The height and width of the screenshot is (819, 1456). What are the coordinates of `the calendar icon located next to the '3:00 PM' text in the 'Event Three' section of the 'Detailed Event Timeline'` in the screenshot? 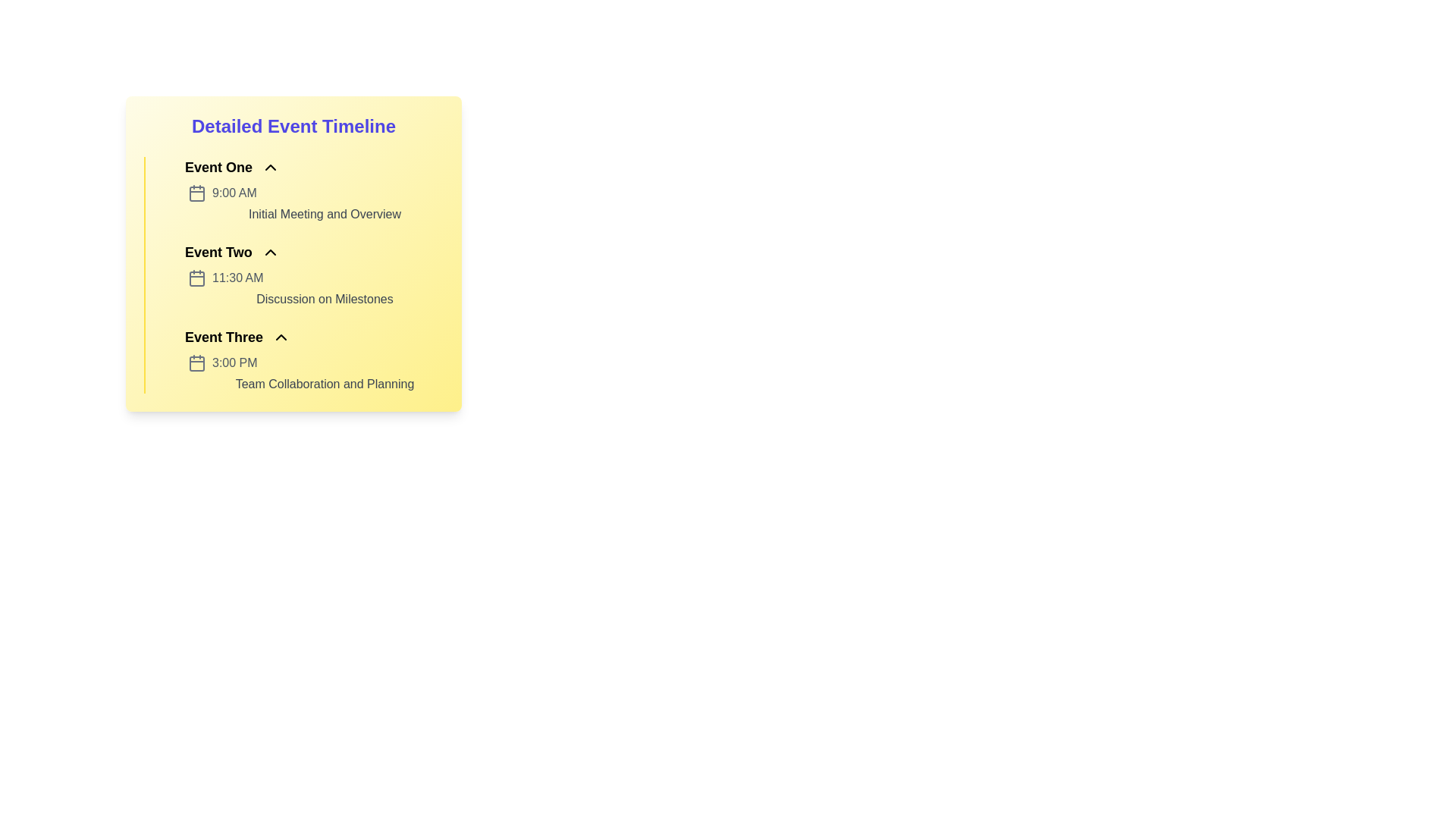 It's located at (196, 362).